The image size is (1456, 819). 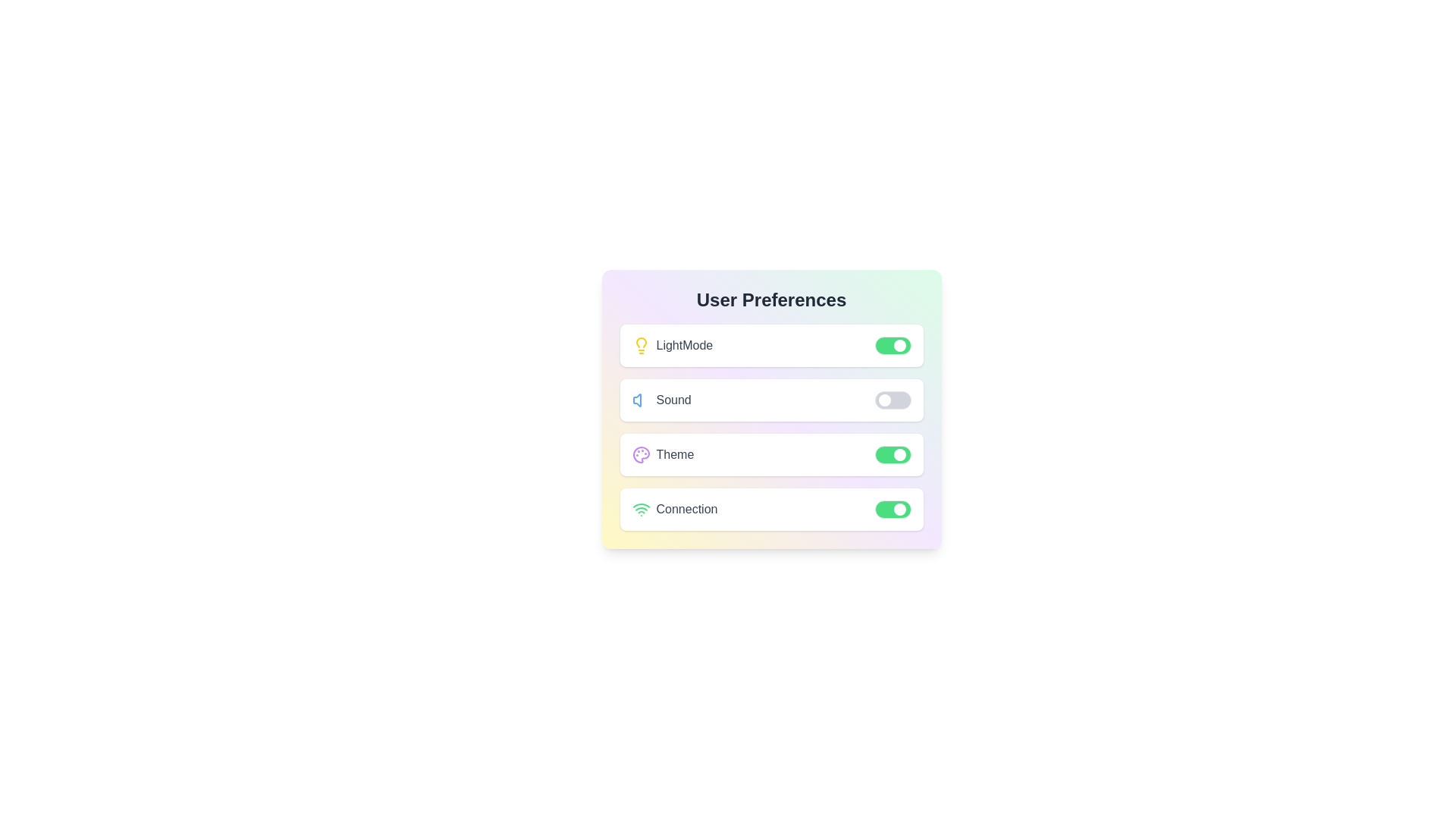 I want to click on the 'Connection' label indicating Wi-Fi or internet status, located in the 'User Preferences' panel, fourth row in the vertical list of settings items, to the left of the toggle switch button, so click(x=673, y=509).